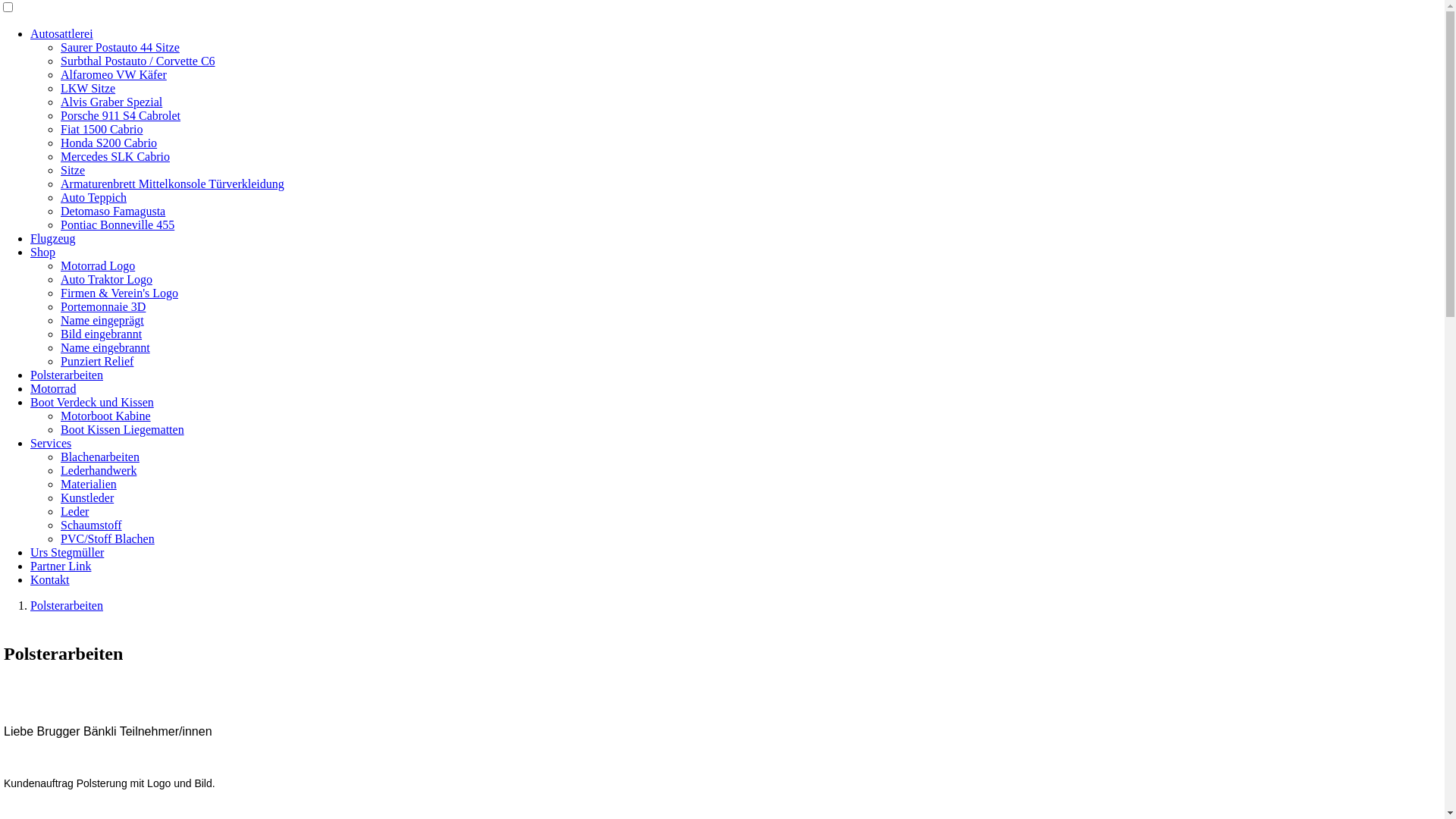 Image resolution: width=1456 pixels, height=819 pixels. I want to click on 'Partner Link', so click(61, 566).